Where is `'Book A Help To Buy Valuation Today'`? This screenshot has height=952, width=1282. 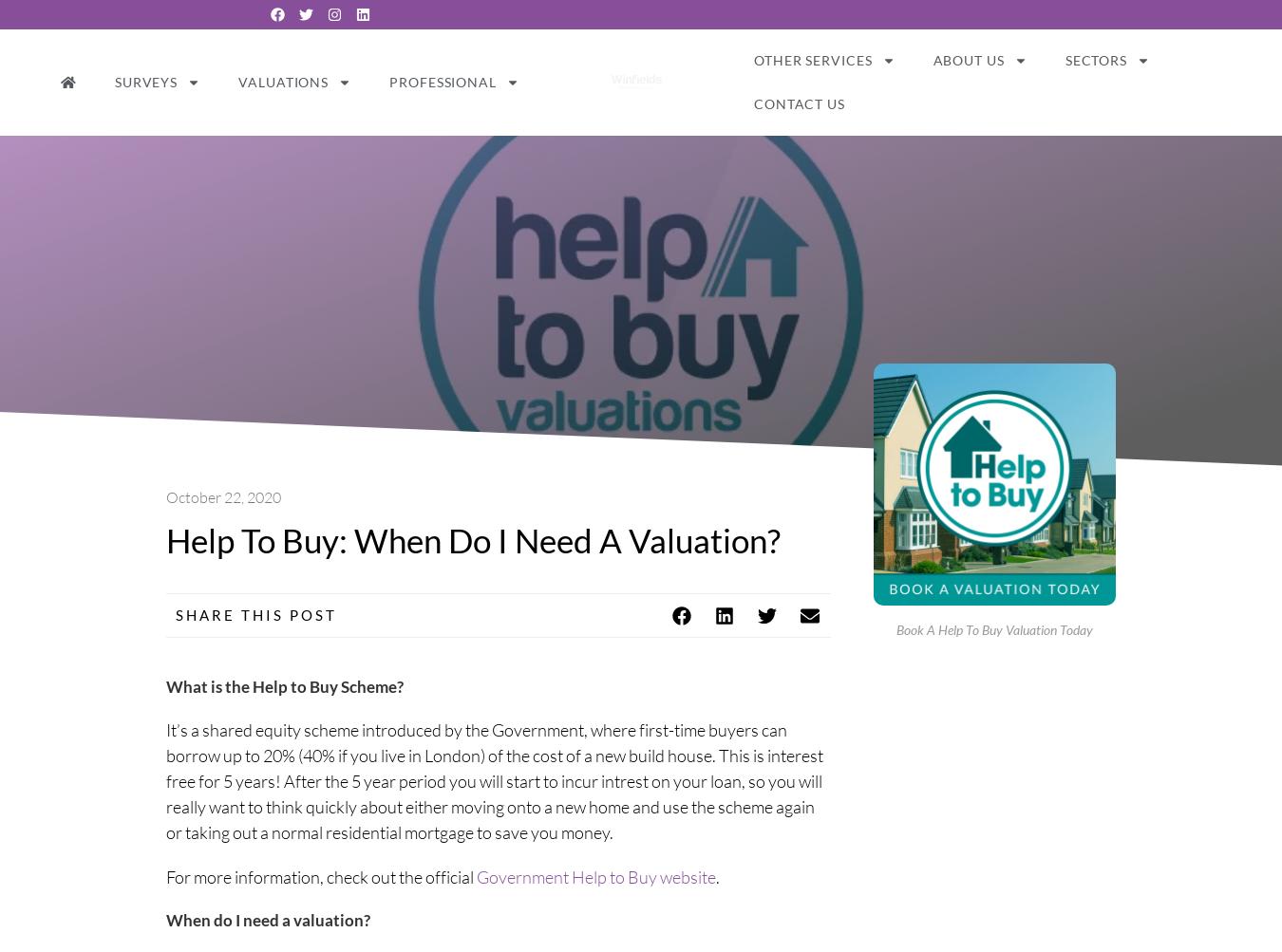 'Book A Help To Buy Valuation Today' is located at coordinates (994, 628).